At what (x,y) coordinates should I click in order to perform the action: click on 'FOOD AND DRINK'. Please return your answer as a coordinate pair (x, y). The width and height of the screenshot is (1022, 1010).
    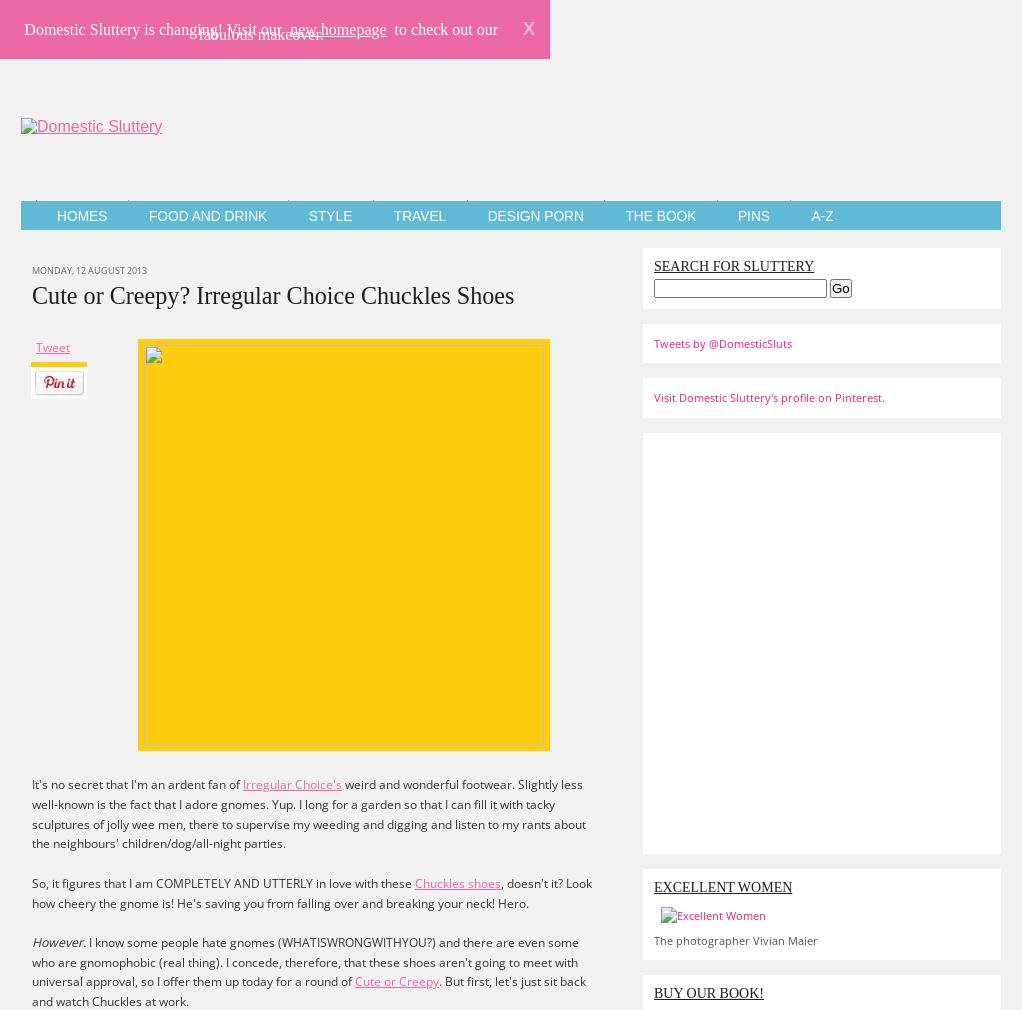
    Looking at the image, I should click on (207, 215).